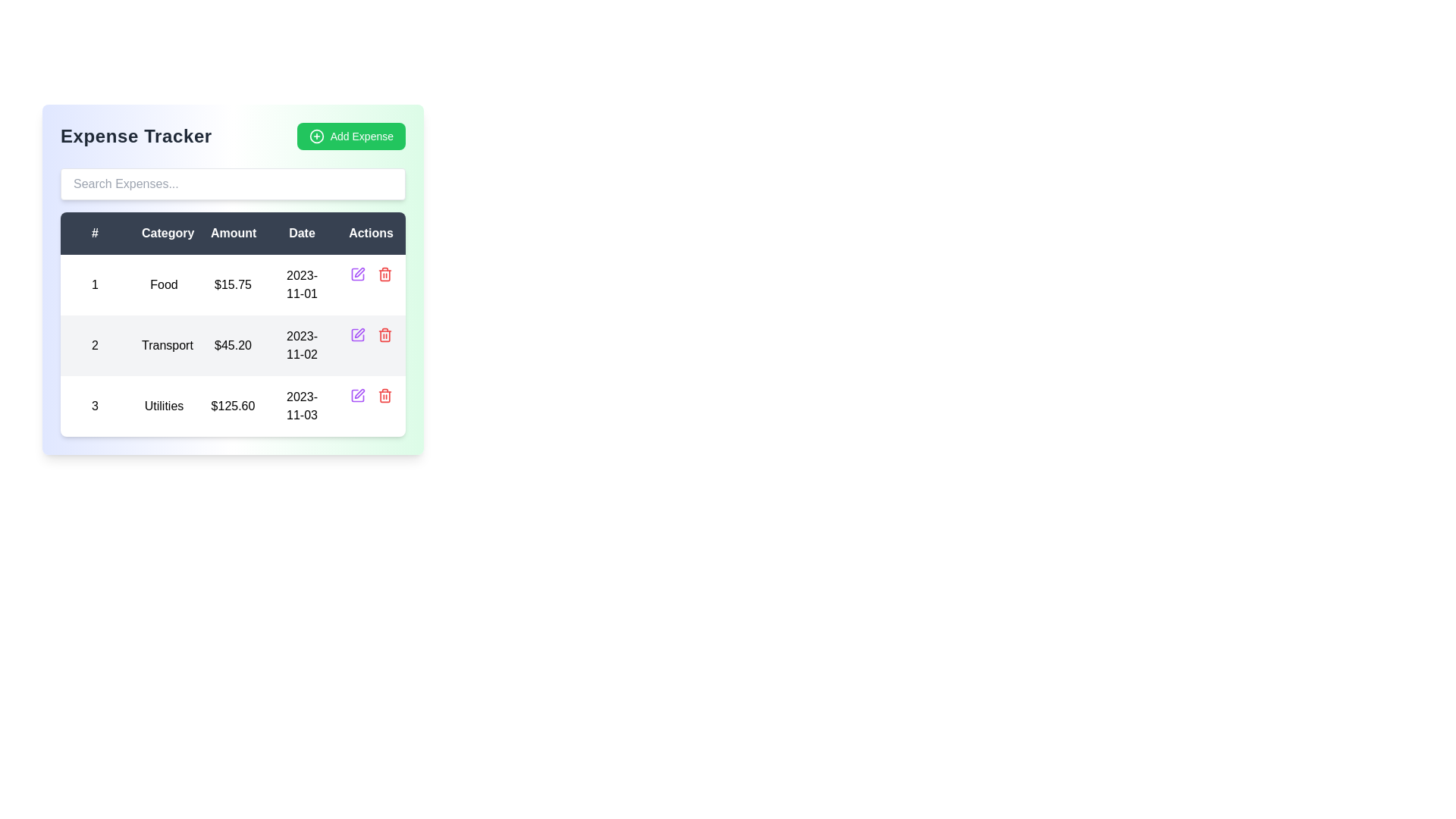 This screenshot has height=819, width=1456. Describe the element at coordinates (384, 394) in the screenshot. I see `the trash can icon located in the bottom-right corner of the third row in the 'Actions' column of the expense tracker application` at that location.